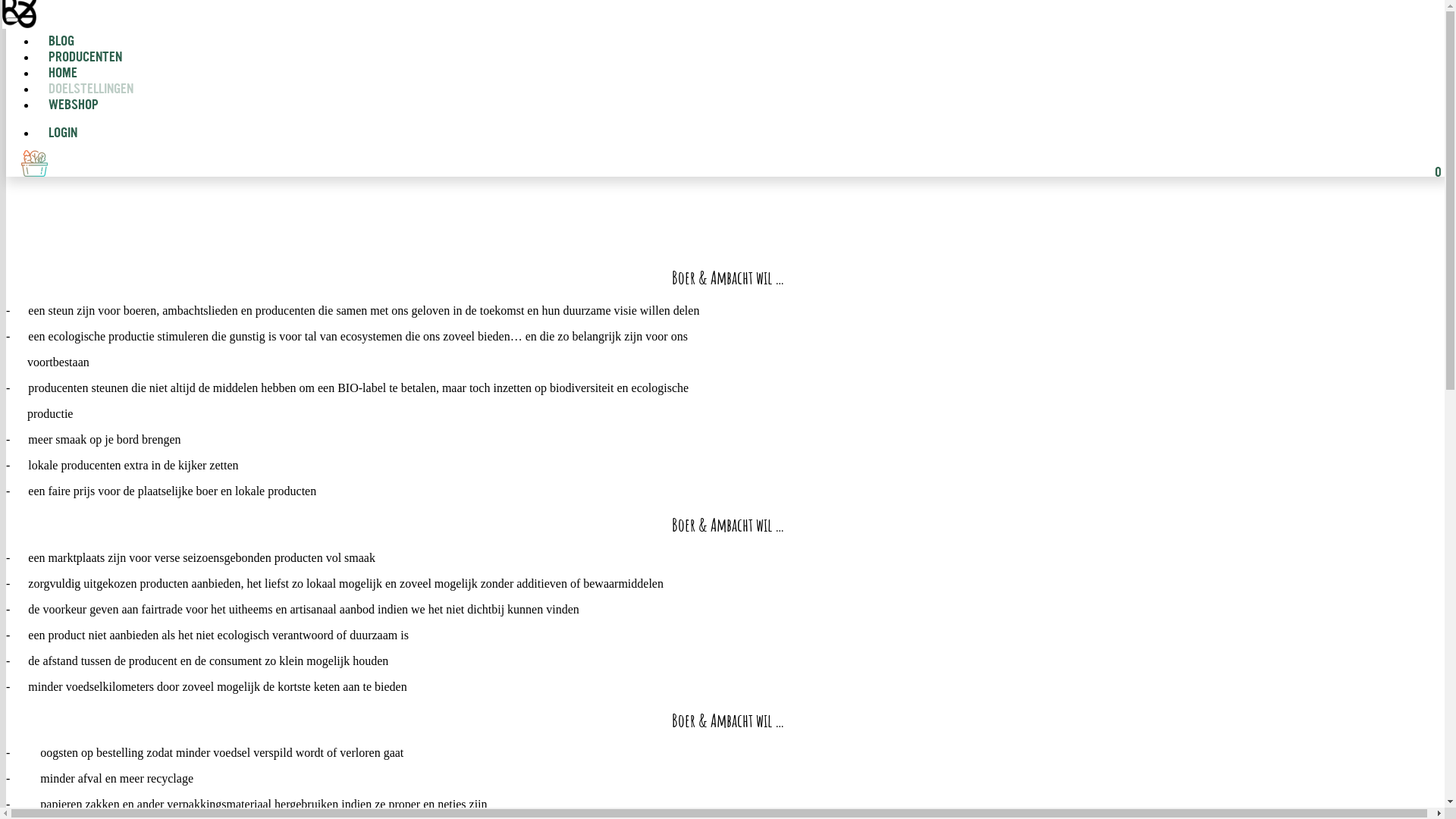 The width and height of the screenshot is (1456, 819). Describe the element at coordinates (57, 133) in the screenshot. I see `'LOGIN'` at that location.